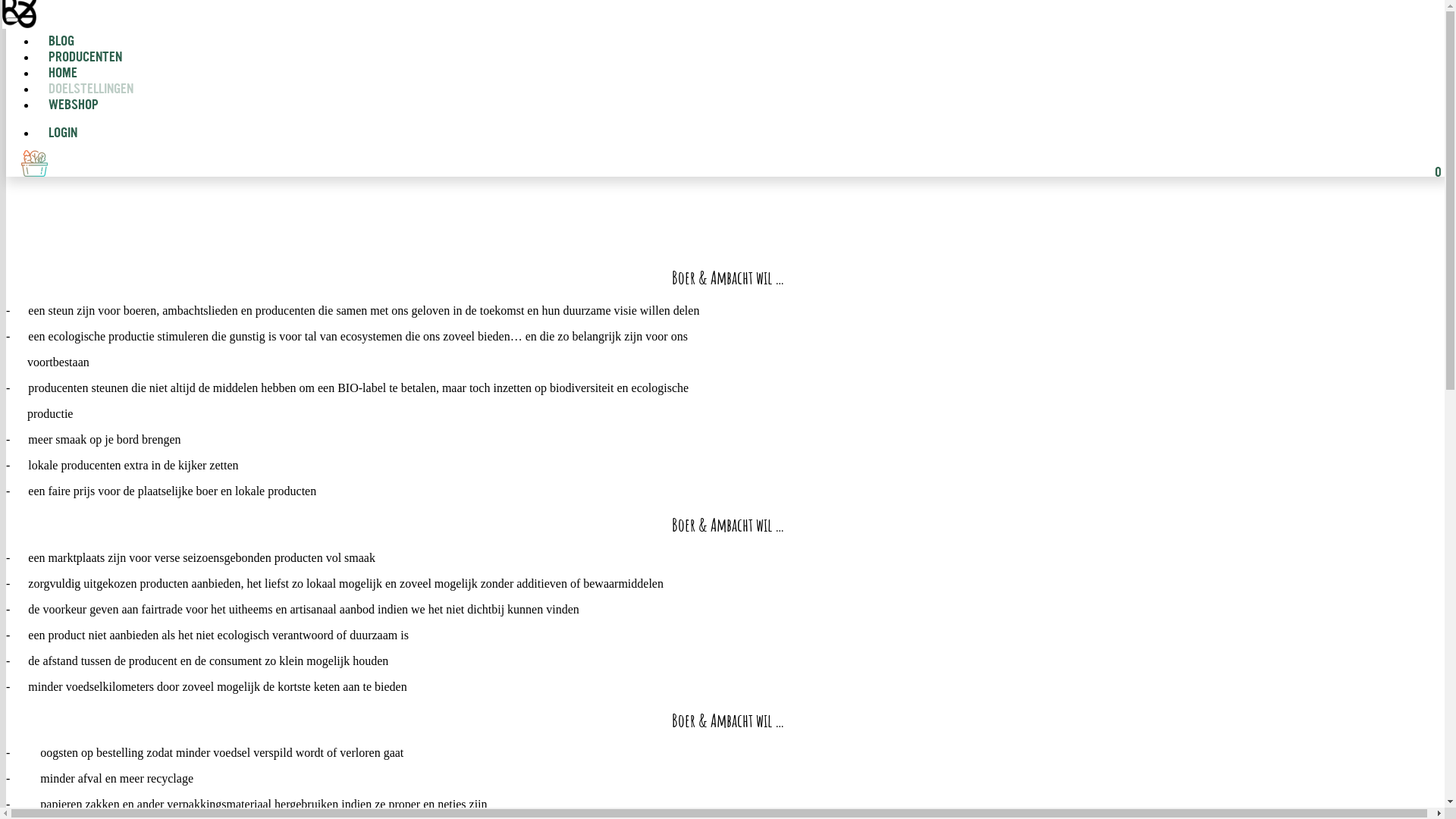 The width and height of the screenshot is (1456, 819). Describe the element at coordinates (57, 133) in the screenshot. I see `'LOGIN'` at that location.